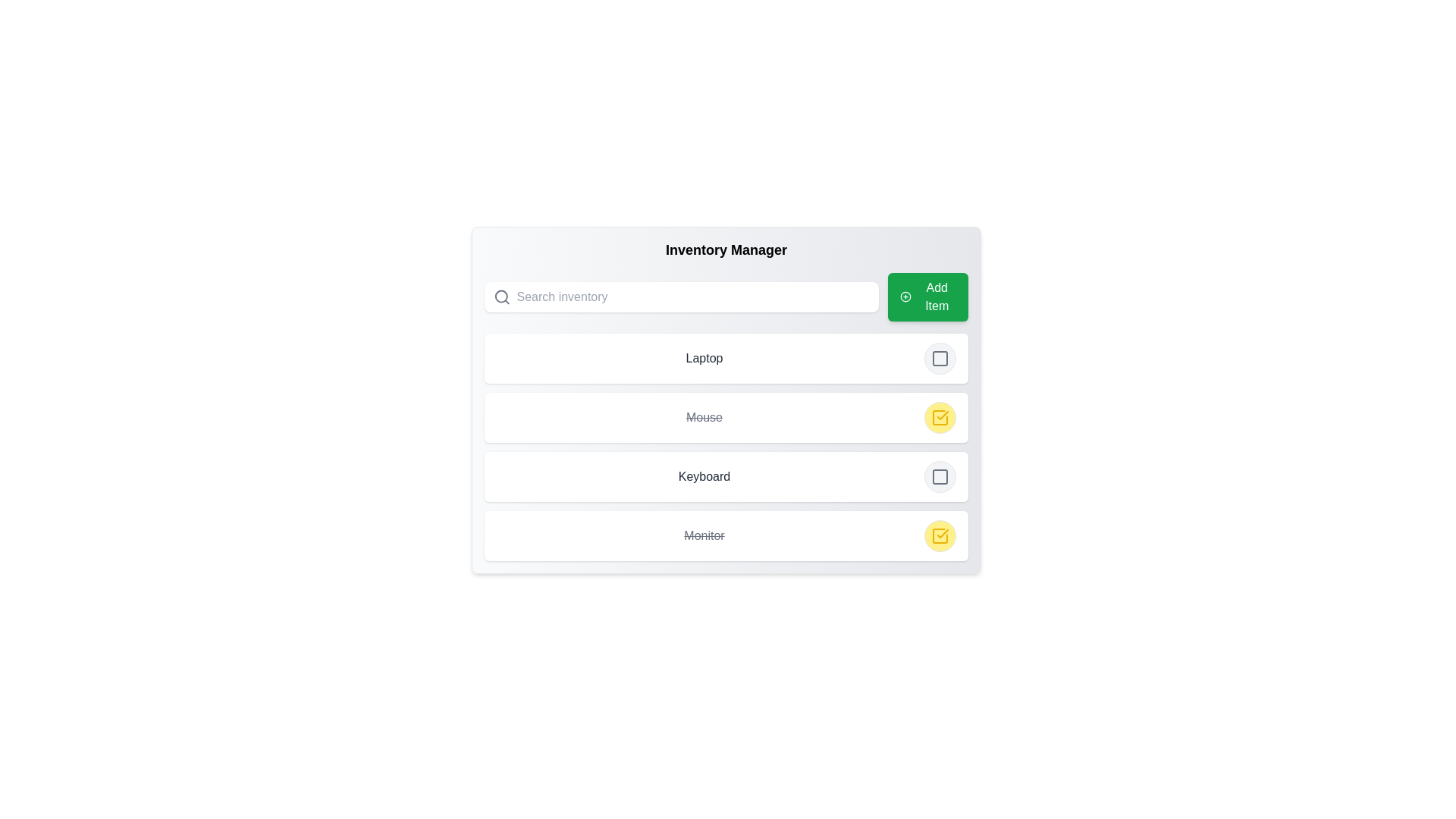 The width and height of the screenshot is (1456, 819). Describe the element at coordinates (704, 418) in the screenshot. I see `the strikethrough text element displaying the item name 'Mouse', which is positioned second from the top in a vertical list` at that location.